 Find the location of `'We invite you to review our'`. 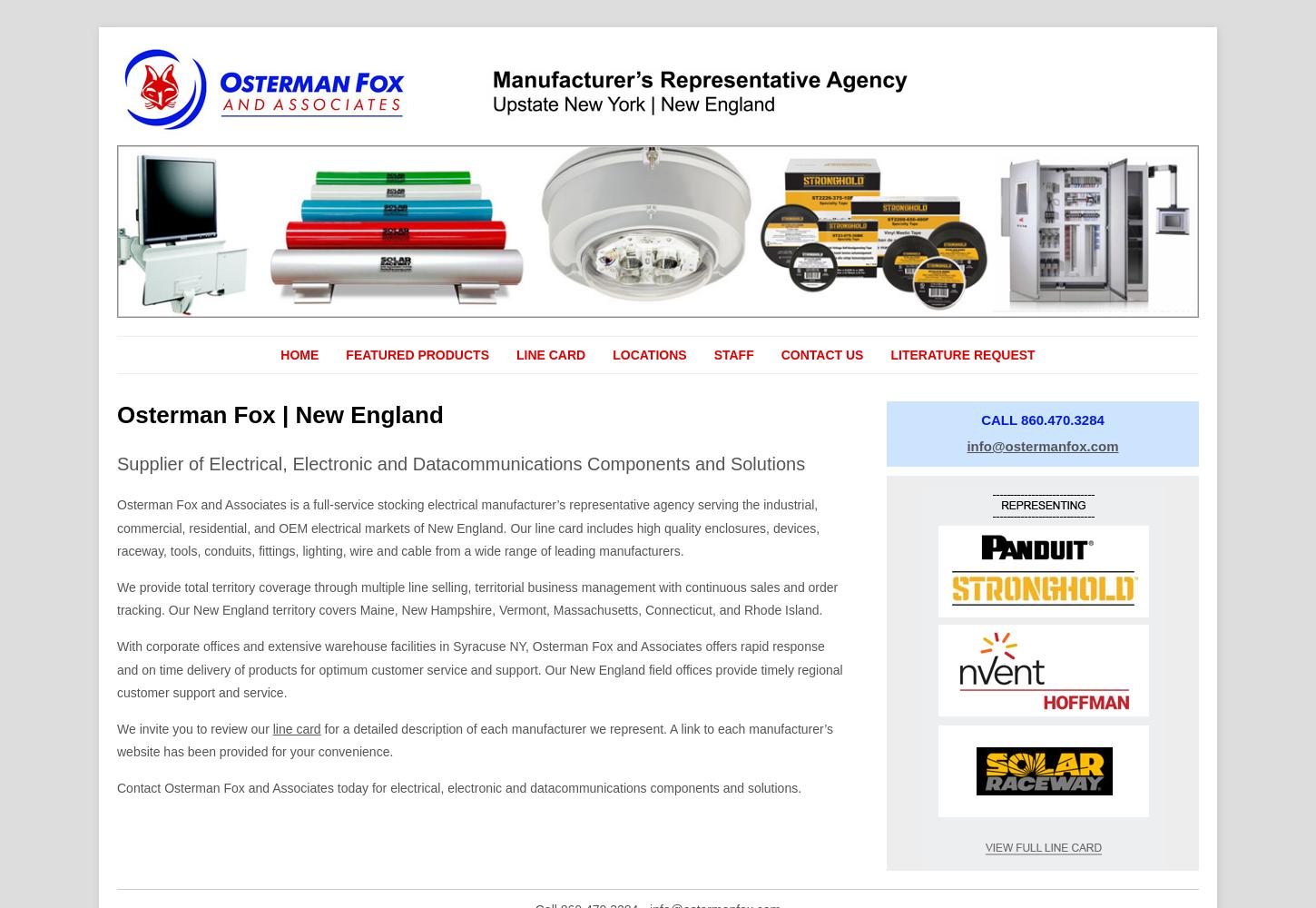

'We invite you to review our' is located at coordinates (116, 728).